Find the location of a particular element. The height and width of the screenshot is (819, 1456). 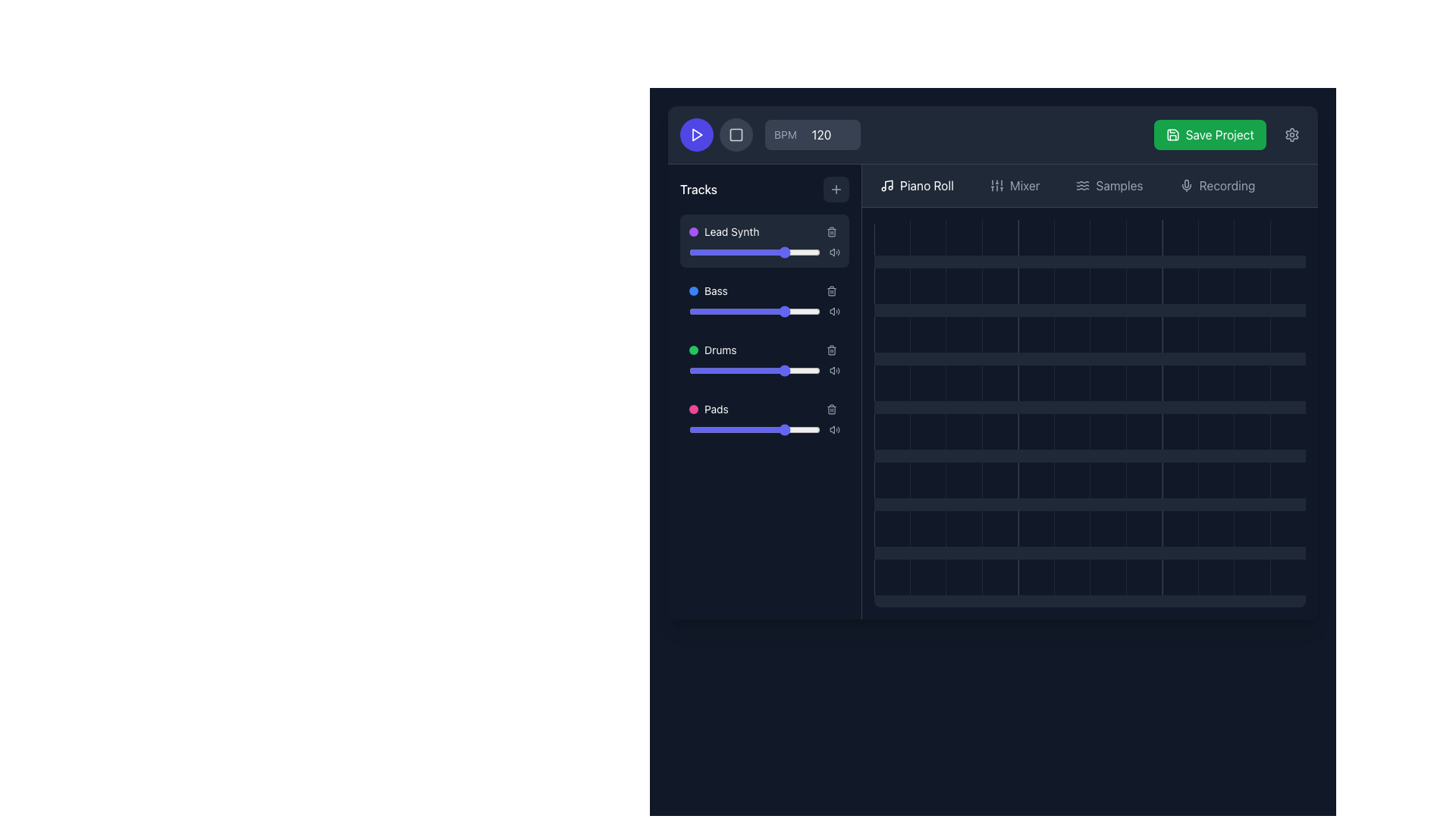

the sound toggle icon (Speaker with sound waves) located at the far right of the 'Tracks' section, which allows sound-related adjustments for a specific track is located at coordinates (833, 311).